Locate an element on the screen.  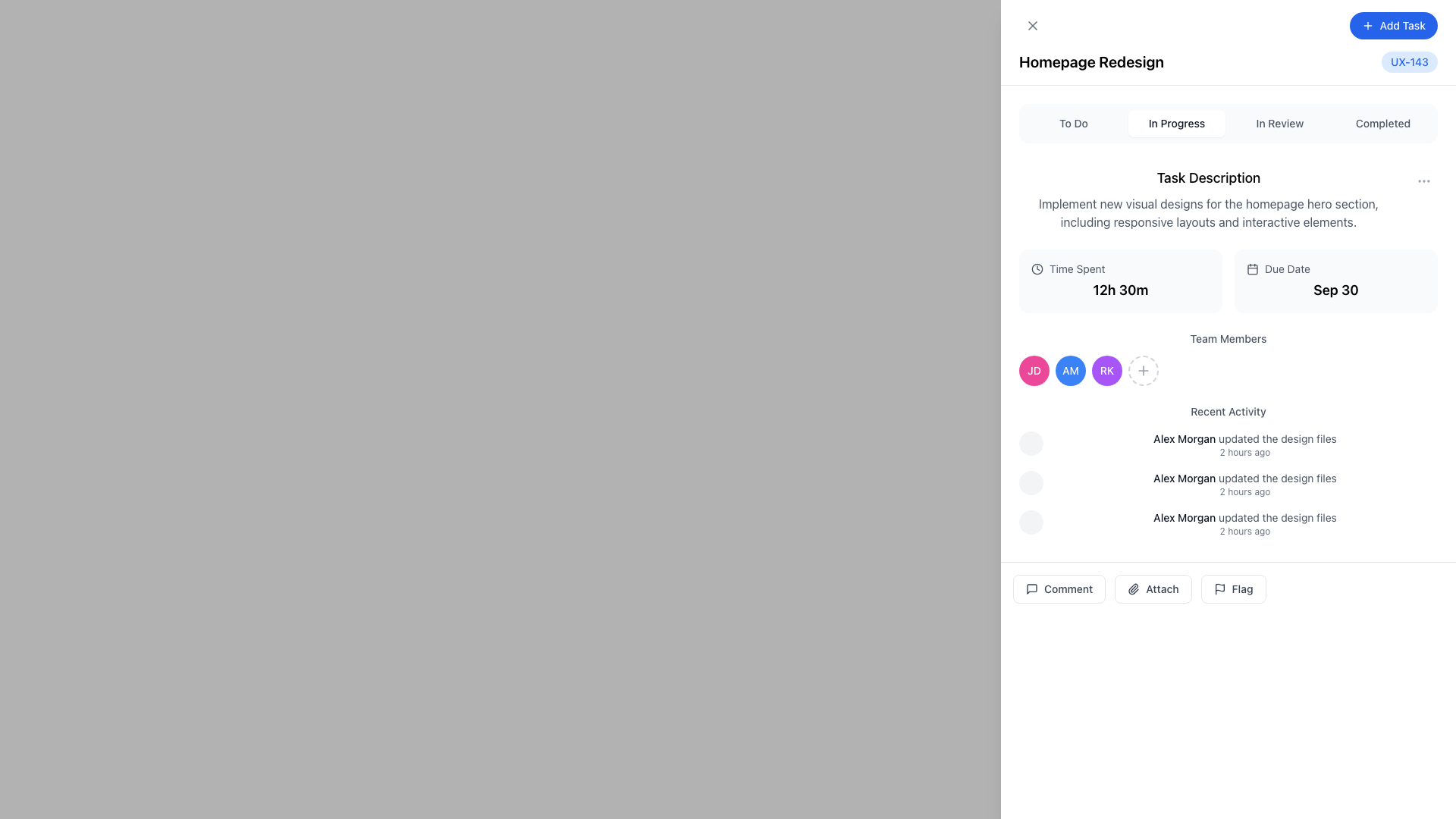
the activity update element displaying 'Alex Morgan updated the design files' with a timestamp of '2 hours ago', which is the first entry in the 'Recent Activity' section is located at coordinates (1228, 444).